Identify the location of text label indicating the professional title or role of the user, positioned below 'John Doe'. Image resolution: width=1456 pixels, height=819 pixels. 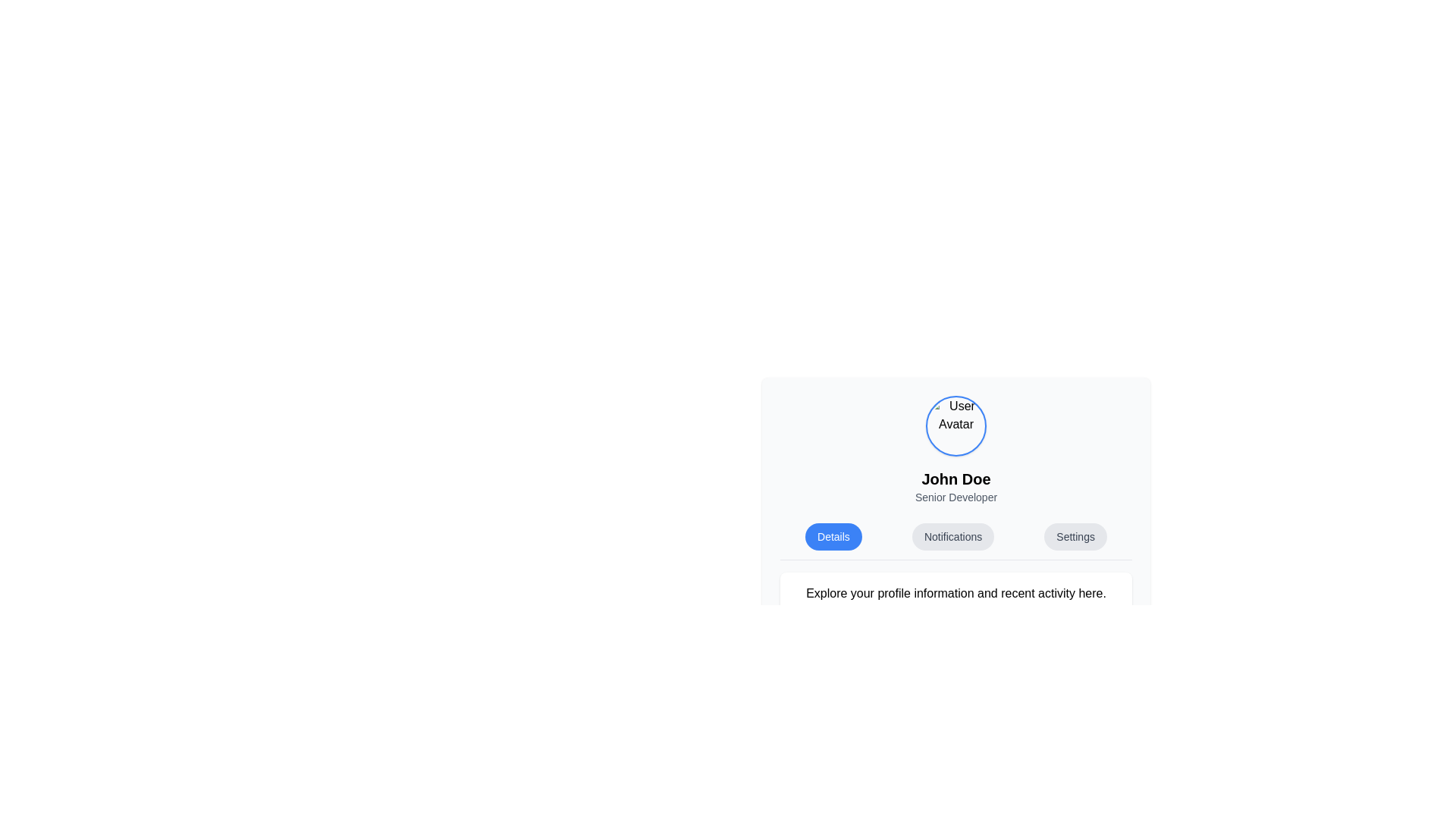
(955, 497).